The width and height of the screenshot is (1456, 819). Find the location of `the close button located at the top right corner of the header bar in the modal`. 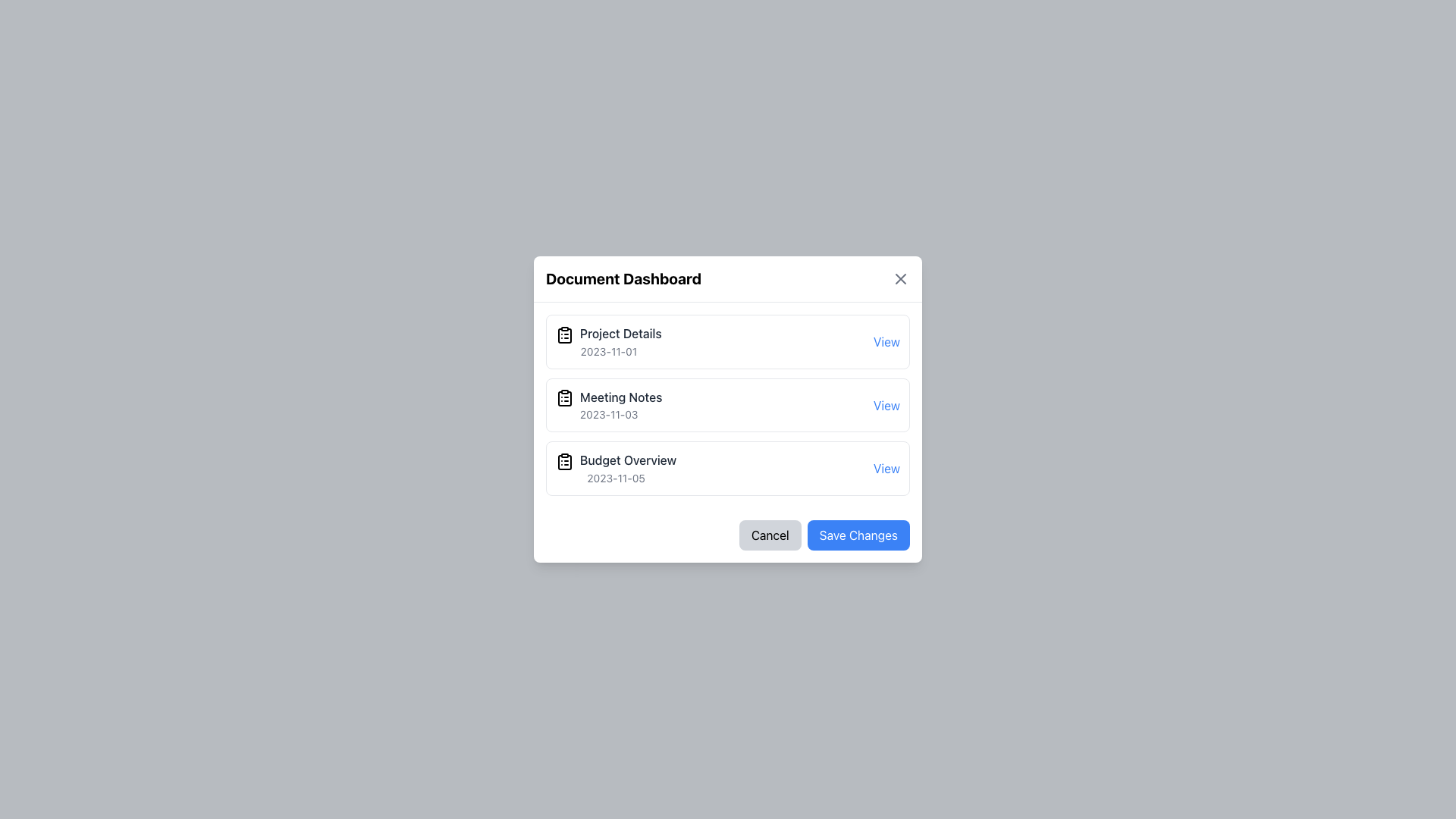

the close button located at the top right corner of the header bar in the modal is located at coordinates (901, 278).